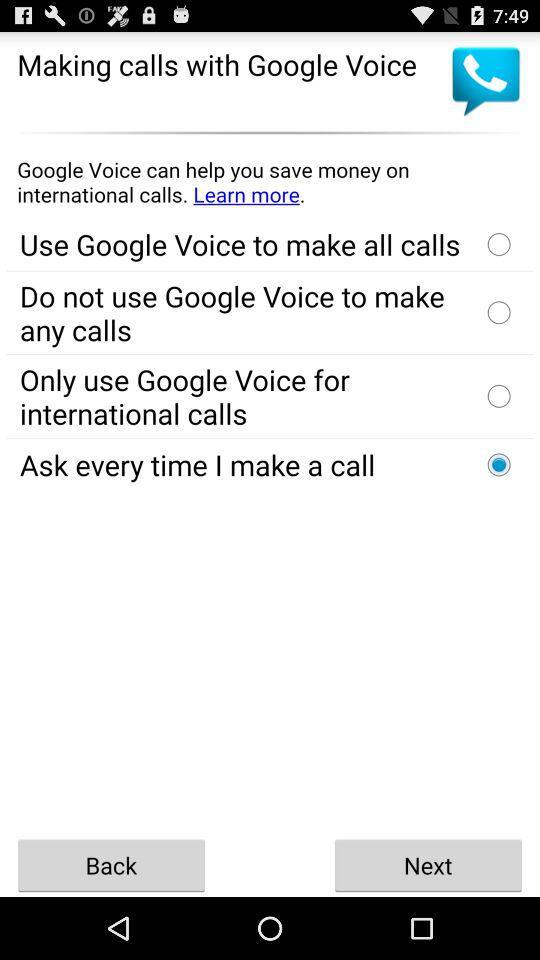 The height and width of the screenshot is (960, 540). What do you see at coordinates (270, 182) in the screenshot?
I see `learn more` at bounding box center [270, 182].